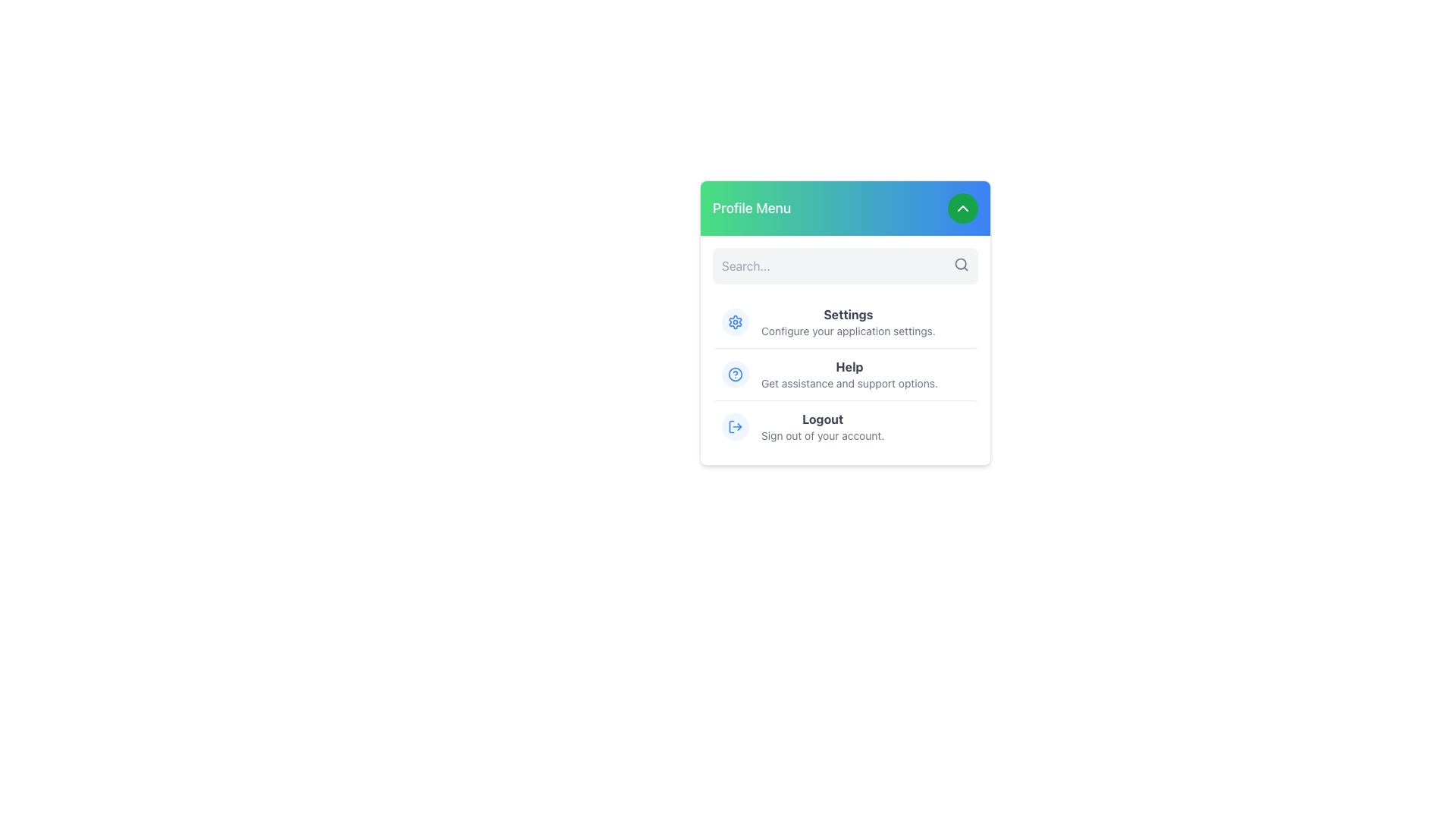 The height and width of the screenshot is (819, 1456). I want to click on the upwards-facing chevron icon within the green circular button located in the top-right corner of the profile menu's header, so click(962, 208).